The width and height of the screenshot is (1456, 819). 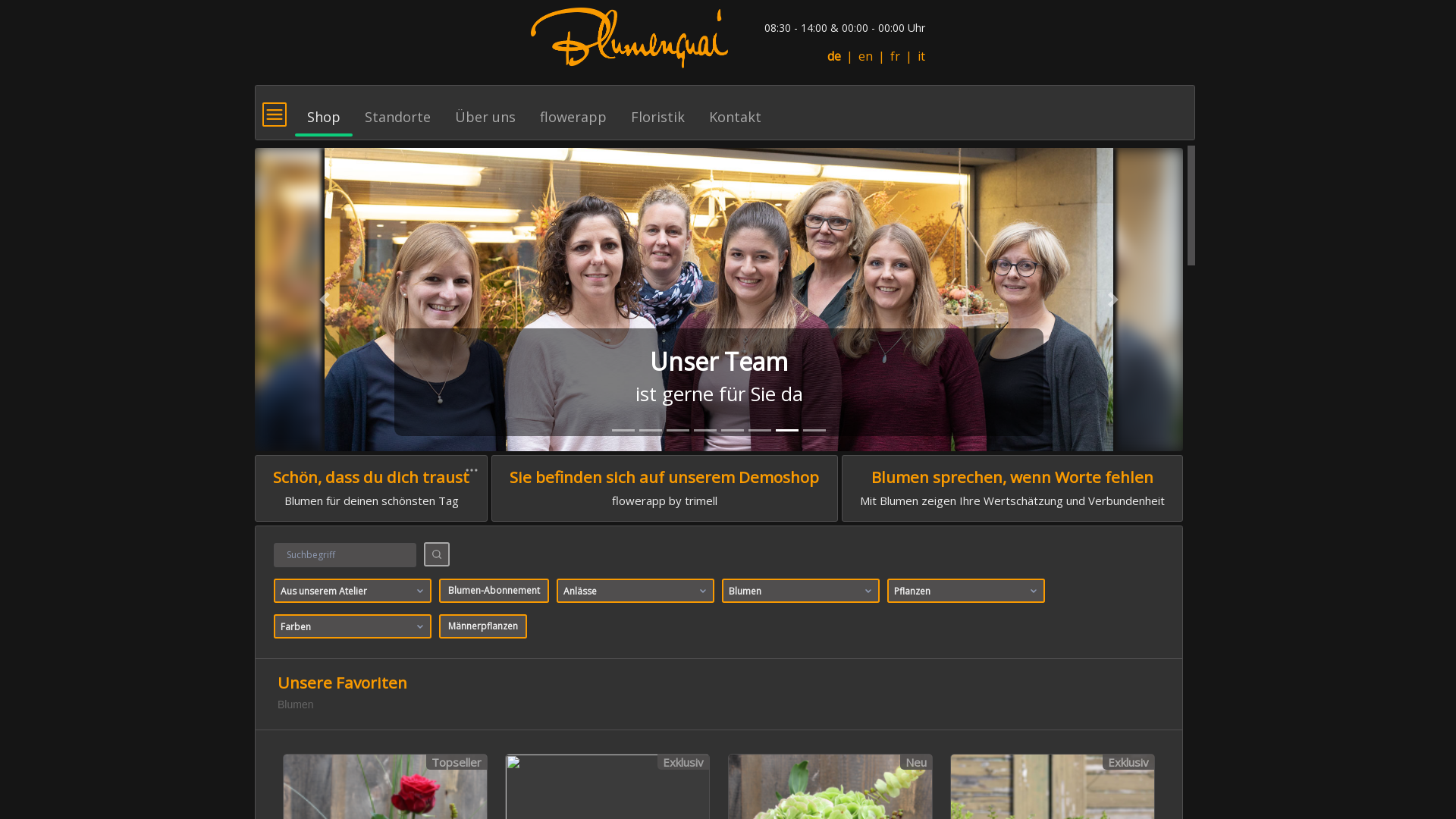 What do you see at coordinates (323, 299) in the screenshot?
I see `'Previous'` at bounding box center [323, 299].